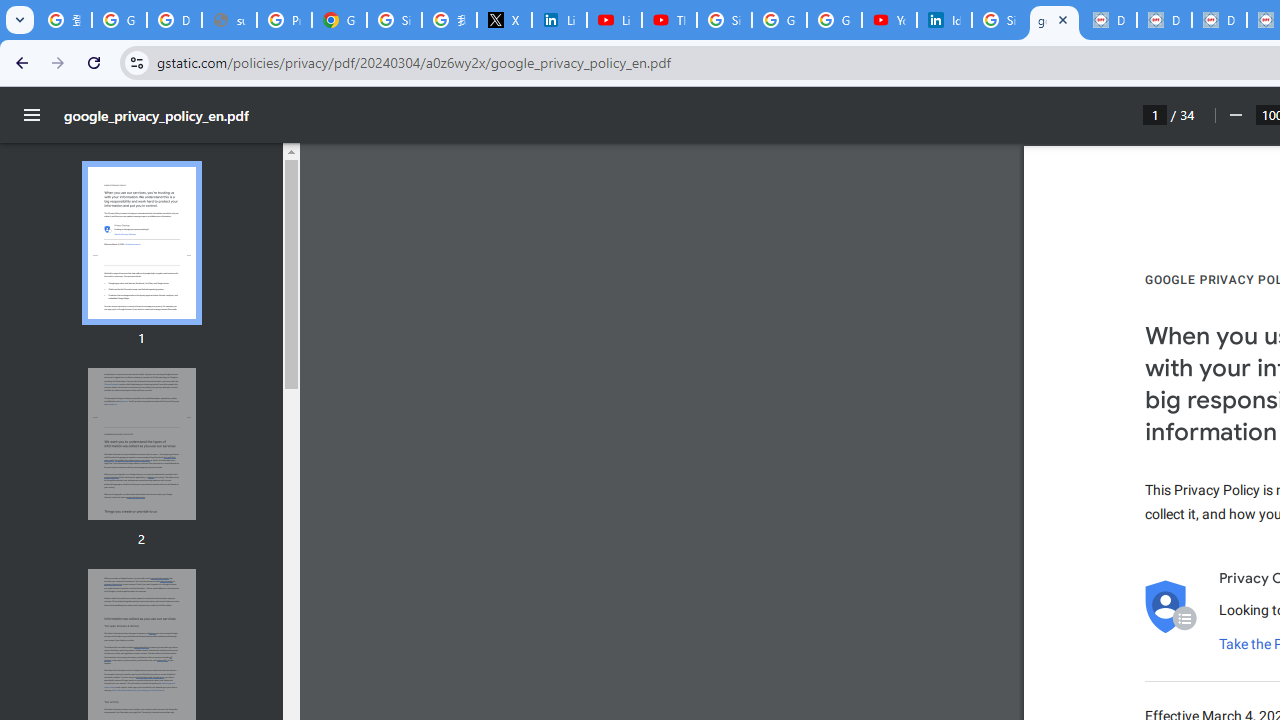 This screenshot has height=720, width=1280. I want to click on 'Thumbnail for page 2', so click(140, 443).